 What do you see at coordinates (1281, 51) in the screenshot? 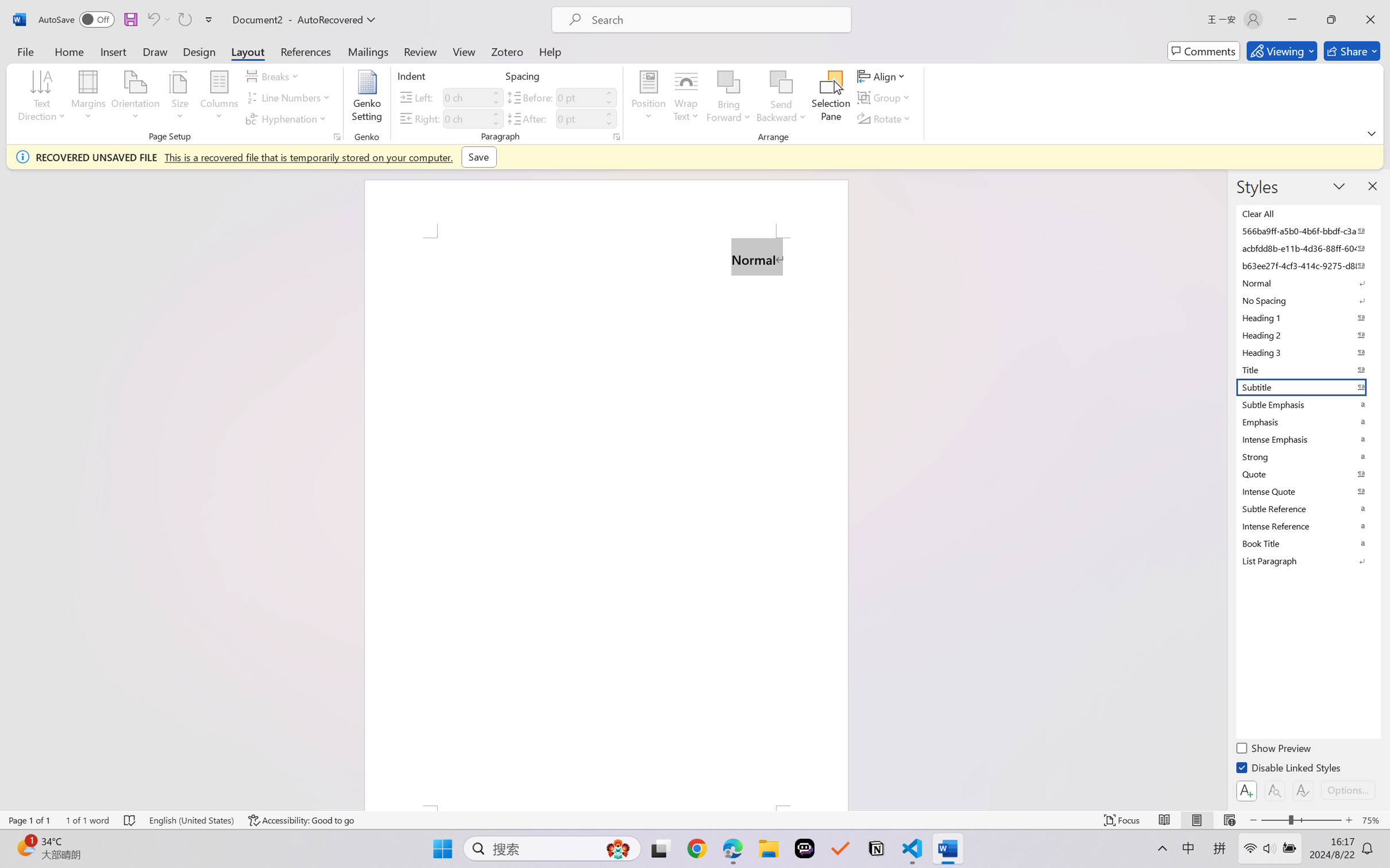
I see `'Mode'` at bounding box center [1281, 51].